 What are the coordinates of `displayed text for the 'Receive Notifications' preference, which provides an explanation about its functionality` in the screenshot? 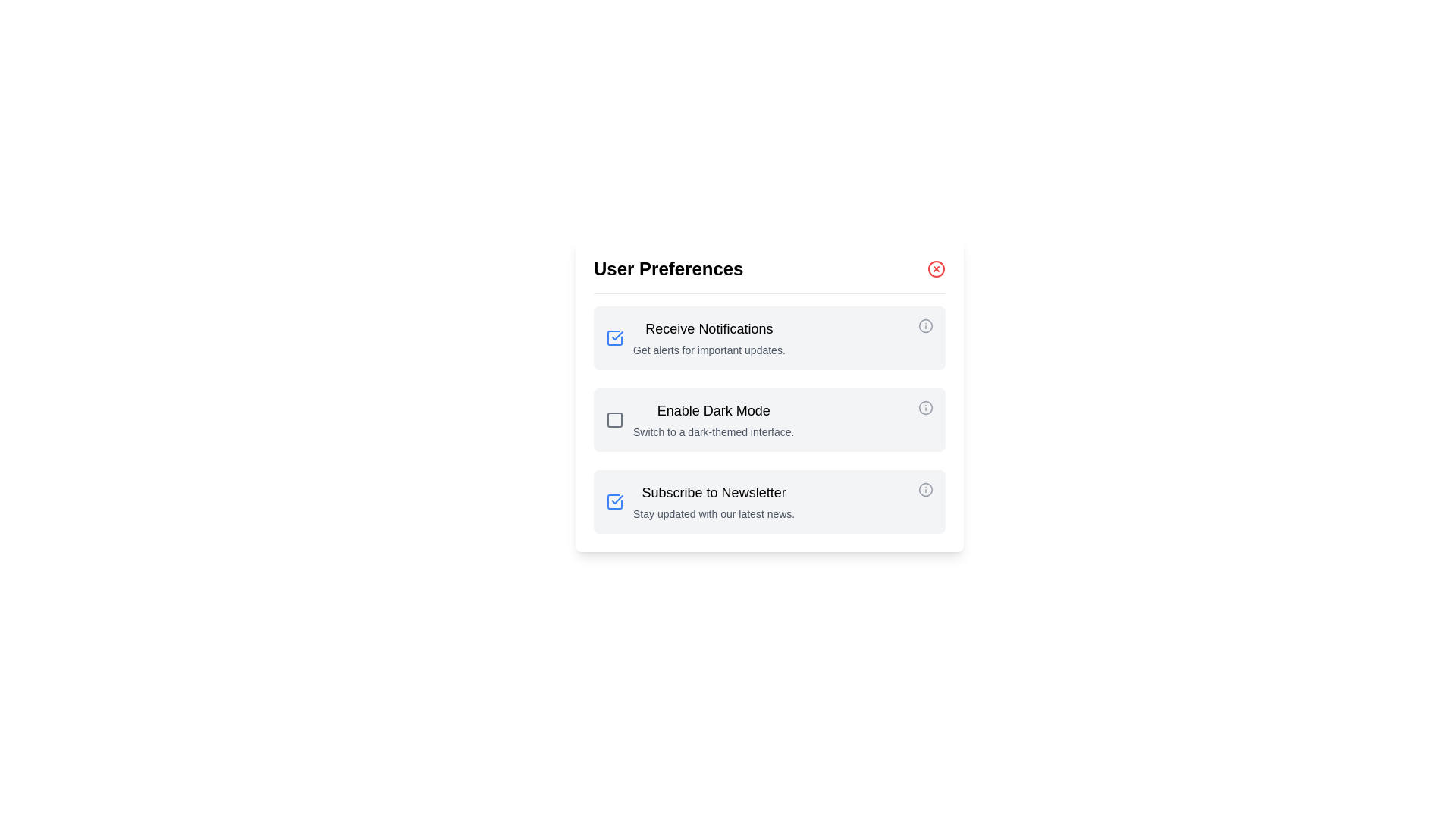 It's located at (708, 337).